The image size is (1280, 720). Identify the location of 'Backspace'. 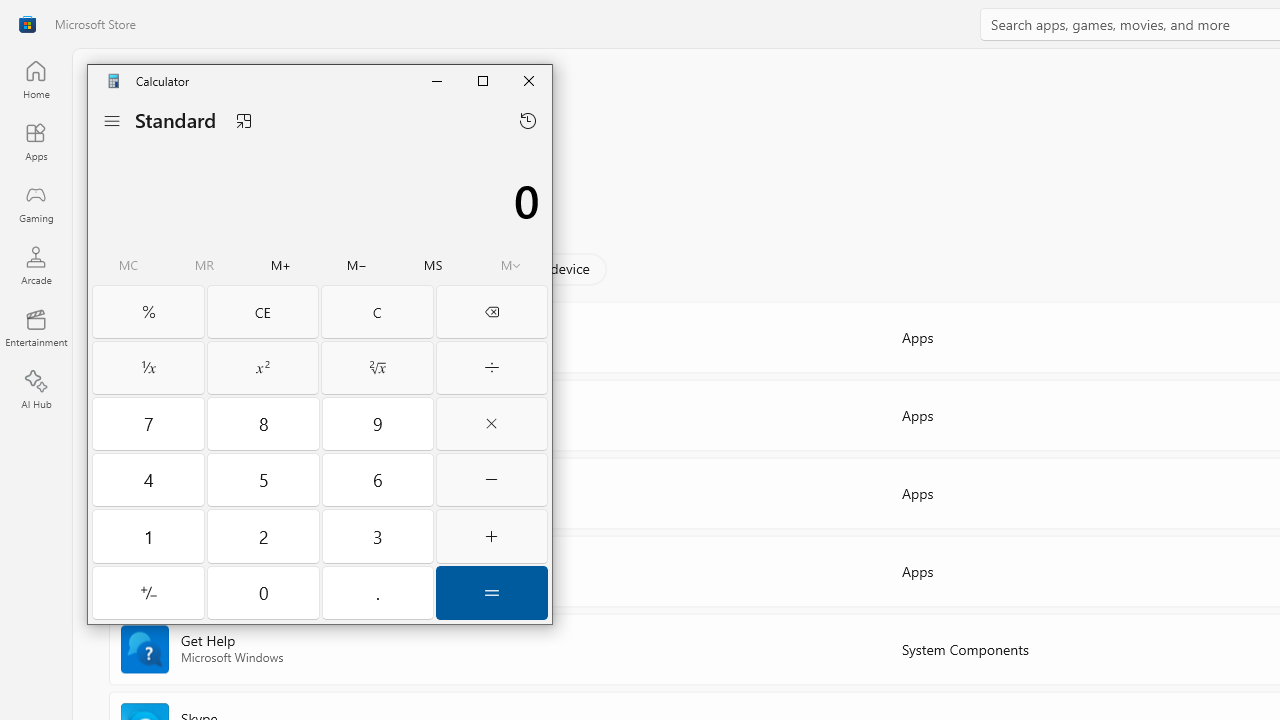
(492, 312).